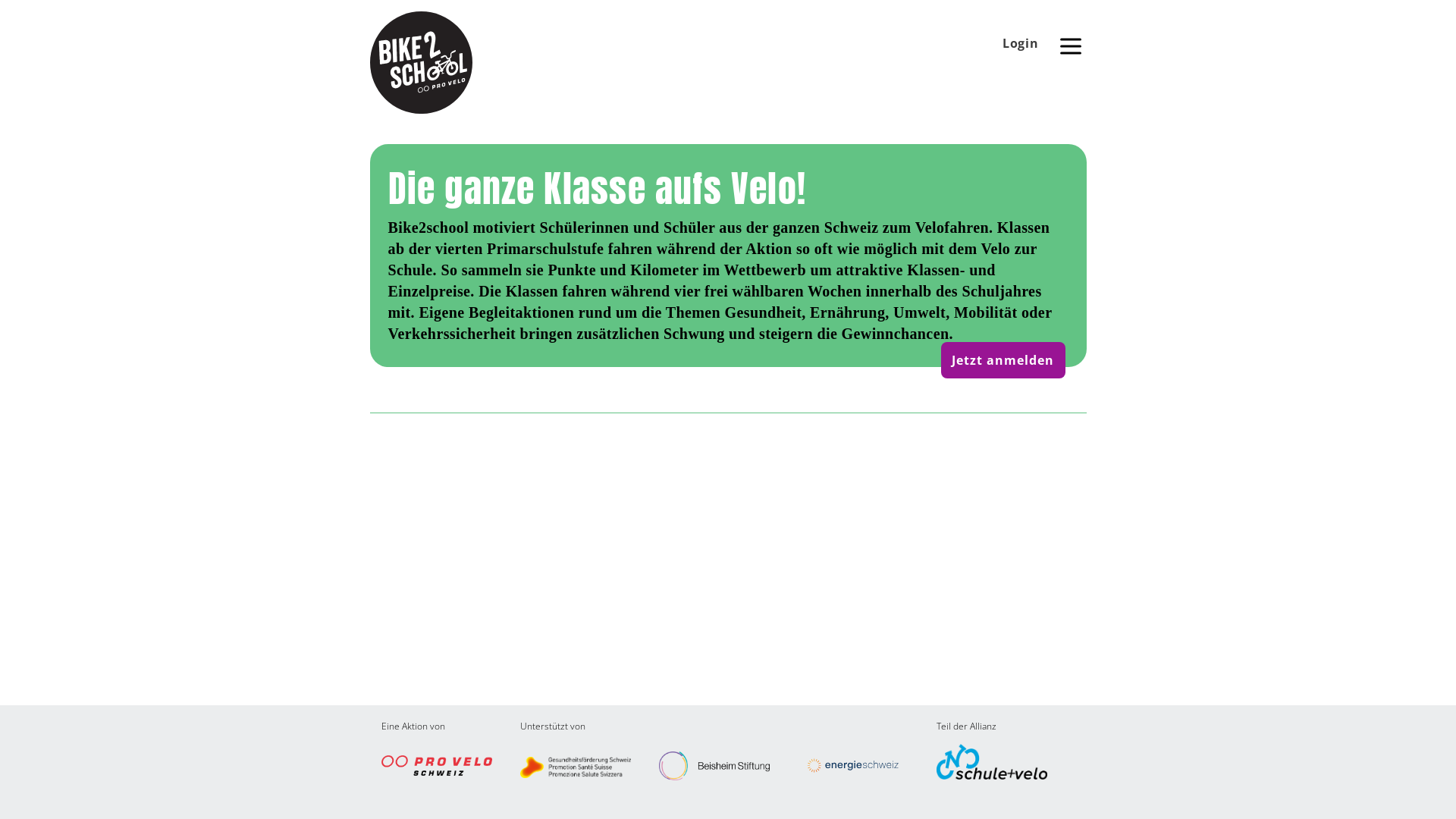 This screenshot has width=1456, height=819. What do you see at coordinates (1020, 42) in the screenshot?
I see `'Login'` at bounding box center [1020, 42].